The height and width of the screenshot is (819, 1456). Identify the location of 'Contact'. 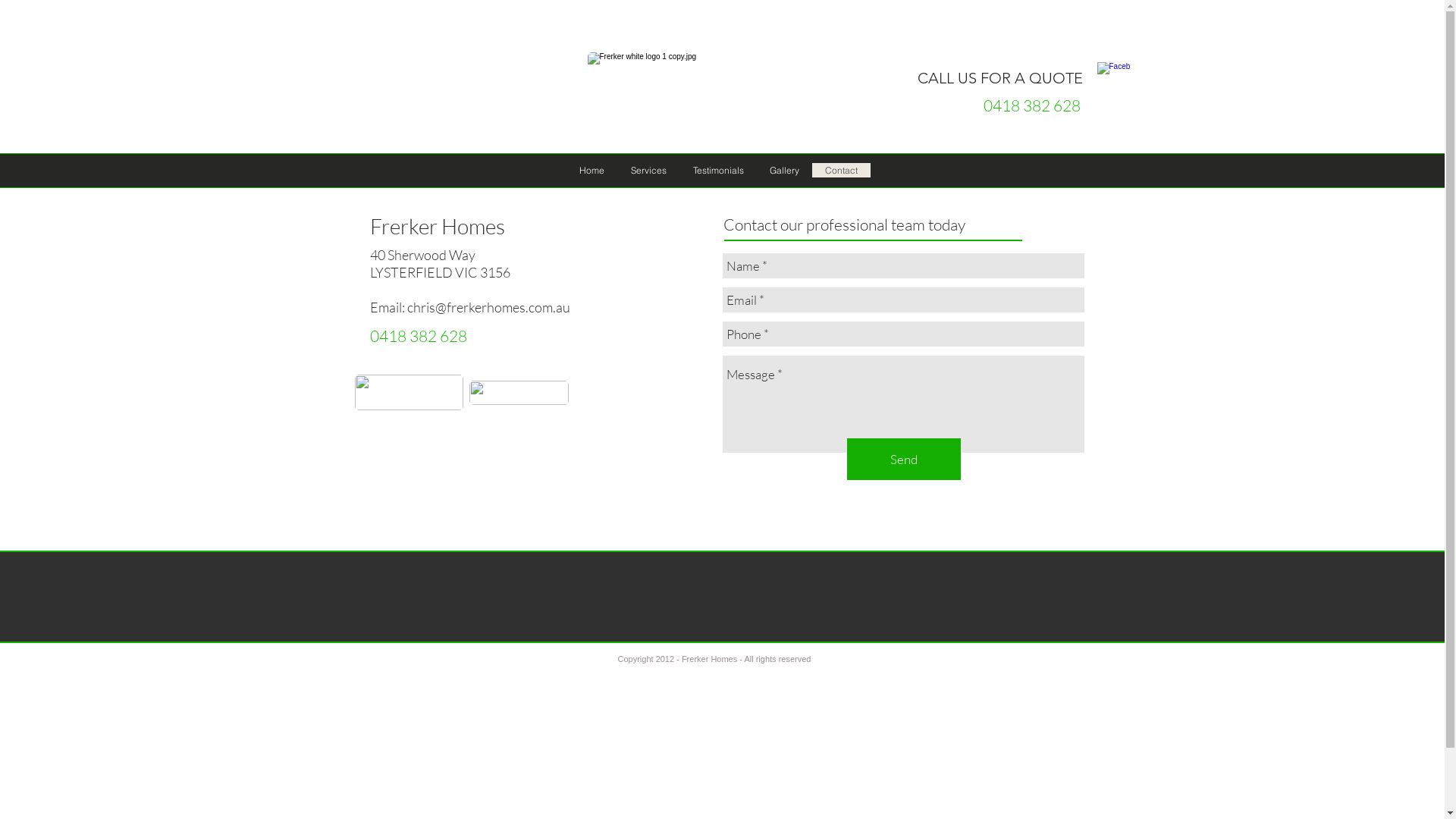
(811, 170).